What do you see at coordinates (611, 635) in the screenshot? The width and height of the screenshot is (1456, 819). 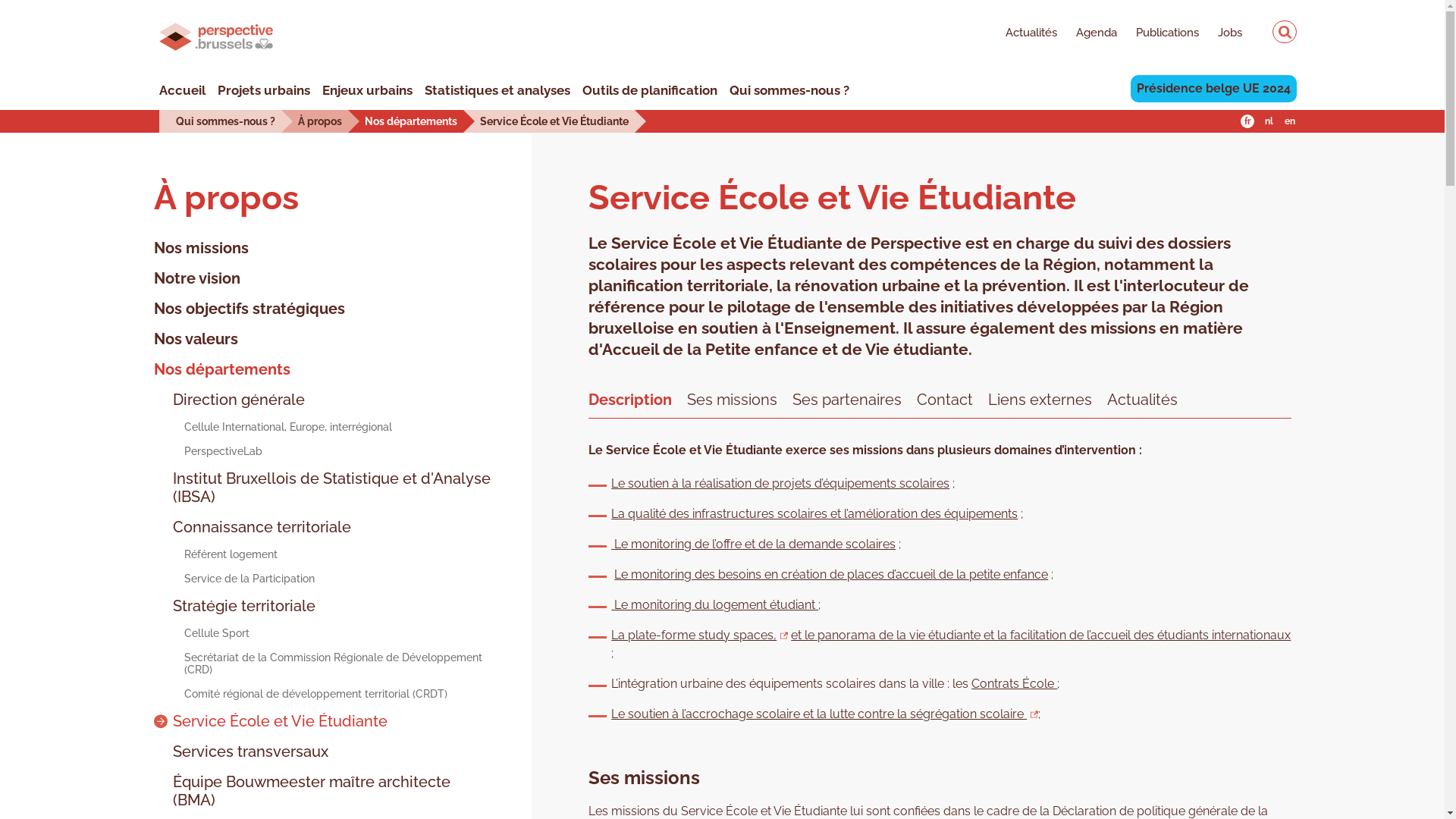 I see `'La plate-forme study spaces,'` at bounding box center [611, 635].